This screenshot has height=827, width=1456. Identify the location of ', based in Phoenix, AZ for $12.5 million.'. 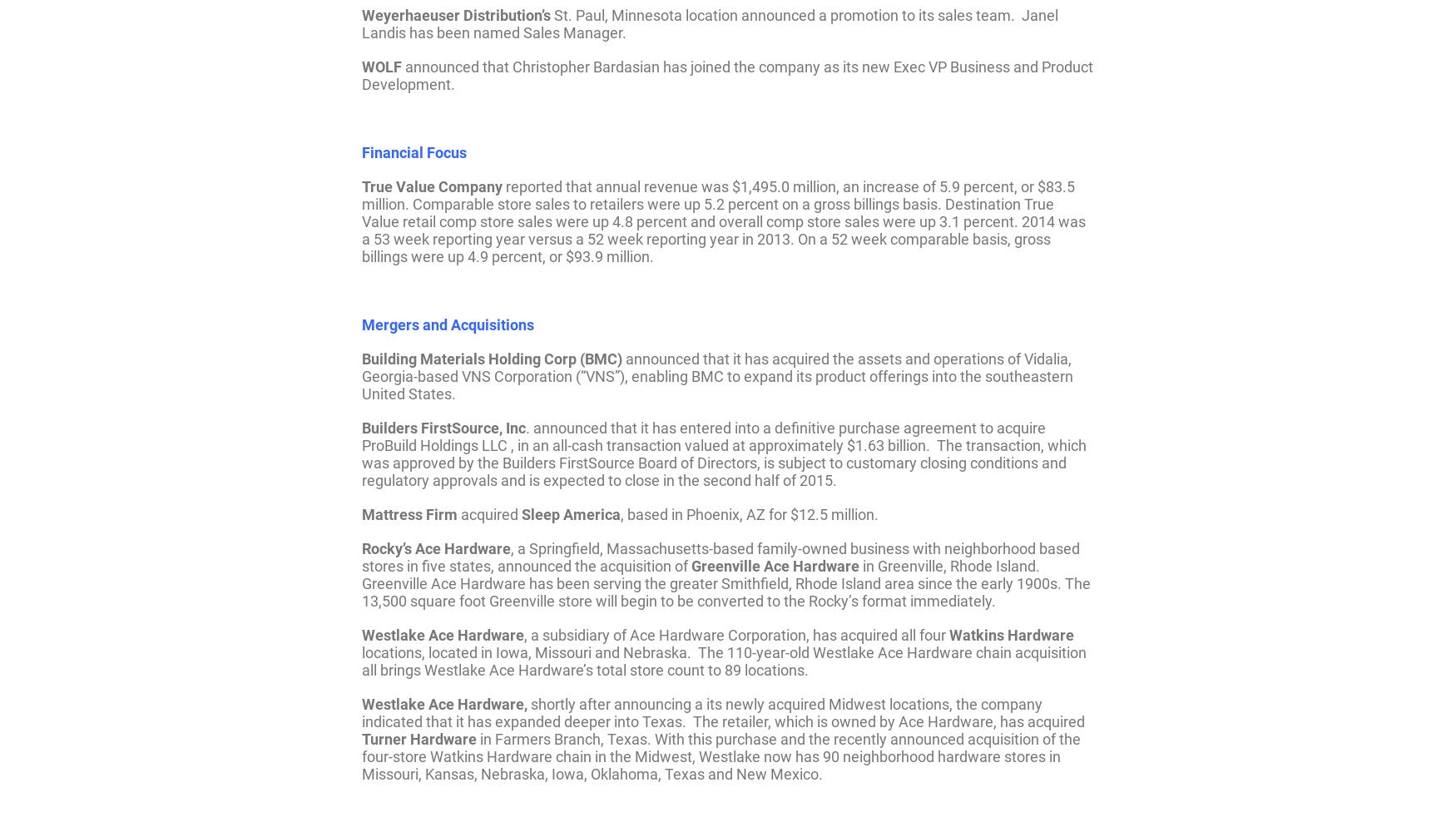
(749, 513).